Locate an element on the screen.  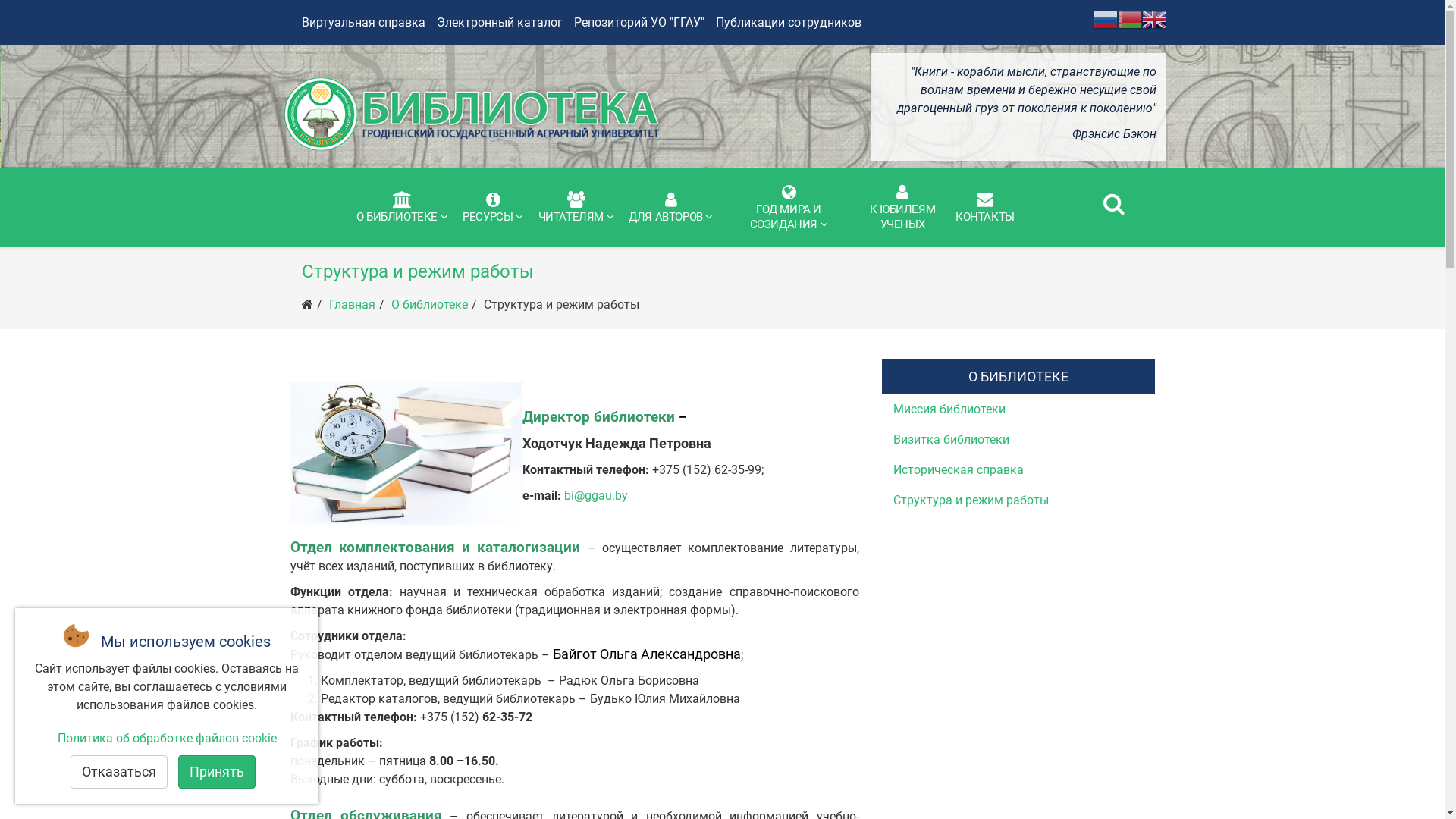
'Belarusian' is located at coordinates (1129, 18).